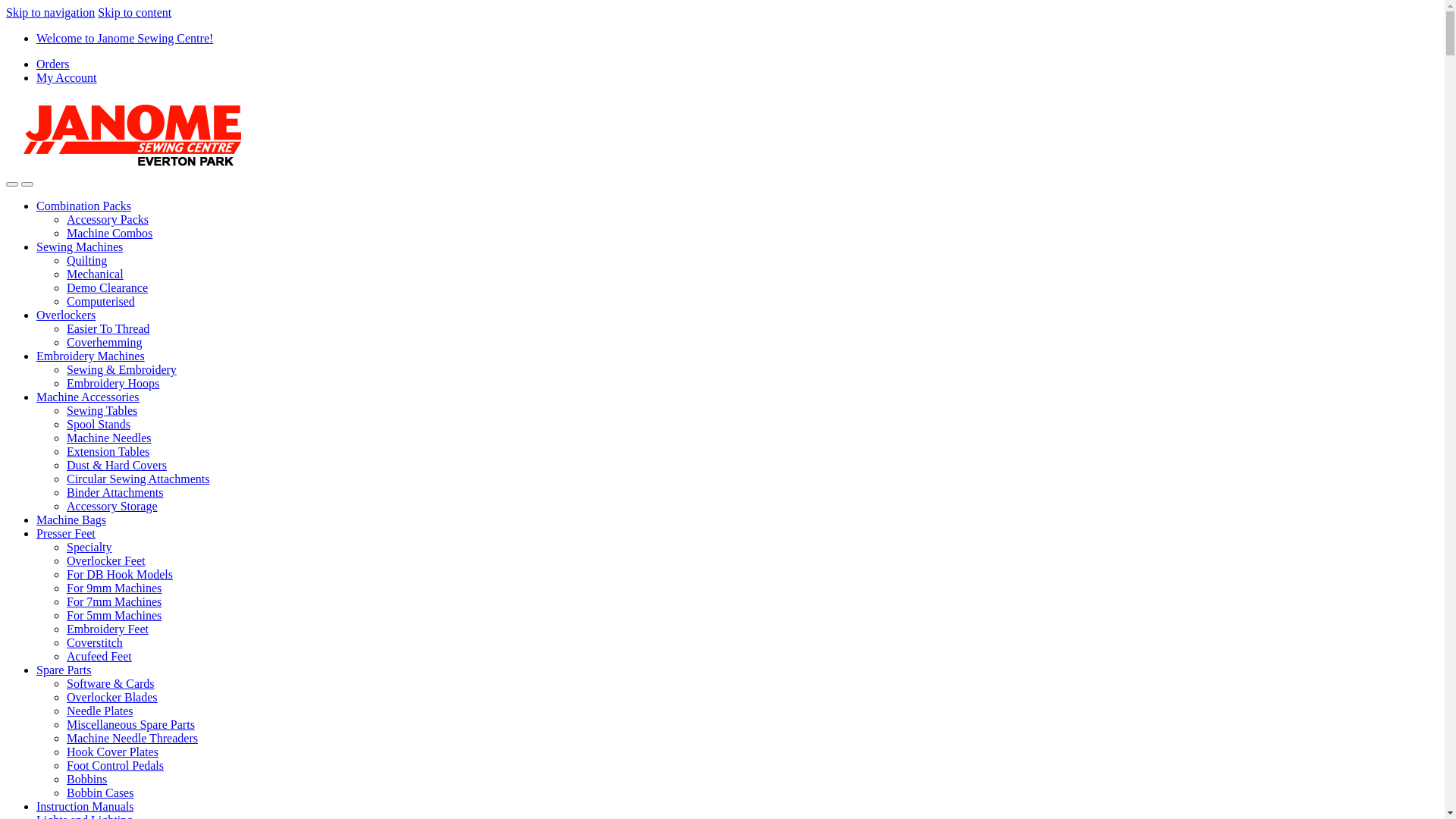 This screenshot has height=819, width=1456. I want to click on 'Embroidery Machines', so click(89, 356).